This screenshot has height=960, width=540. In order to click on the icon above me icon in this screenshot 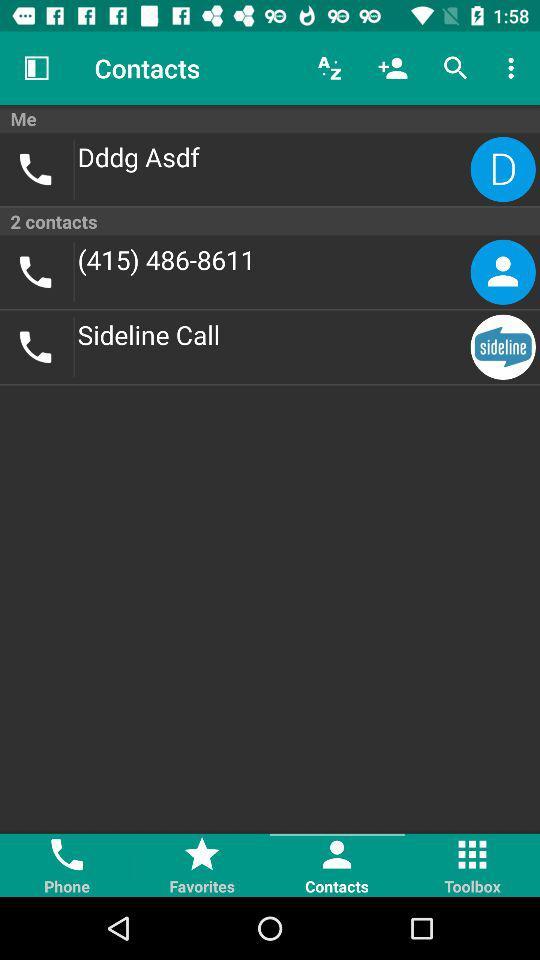, I will do `click(393, 68)`.